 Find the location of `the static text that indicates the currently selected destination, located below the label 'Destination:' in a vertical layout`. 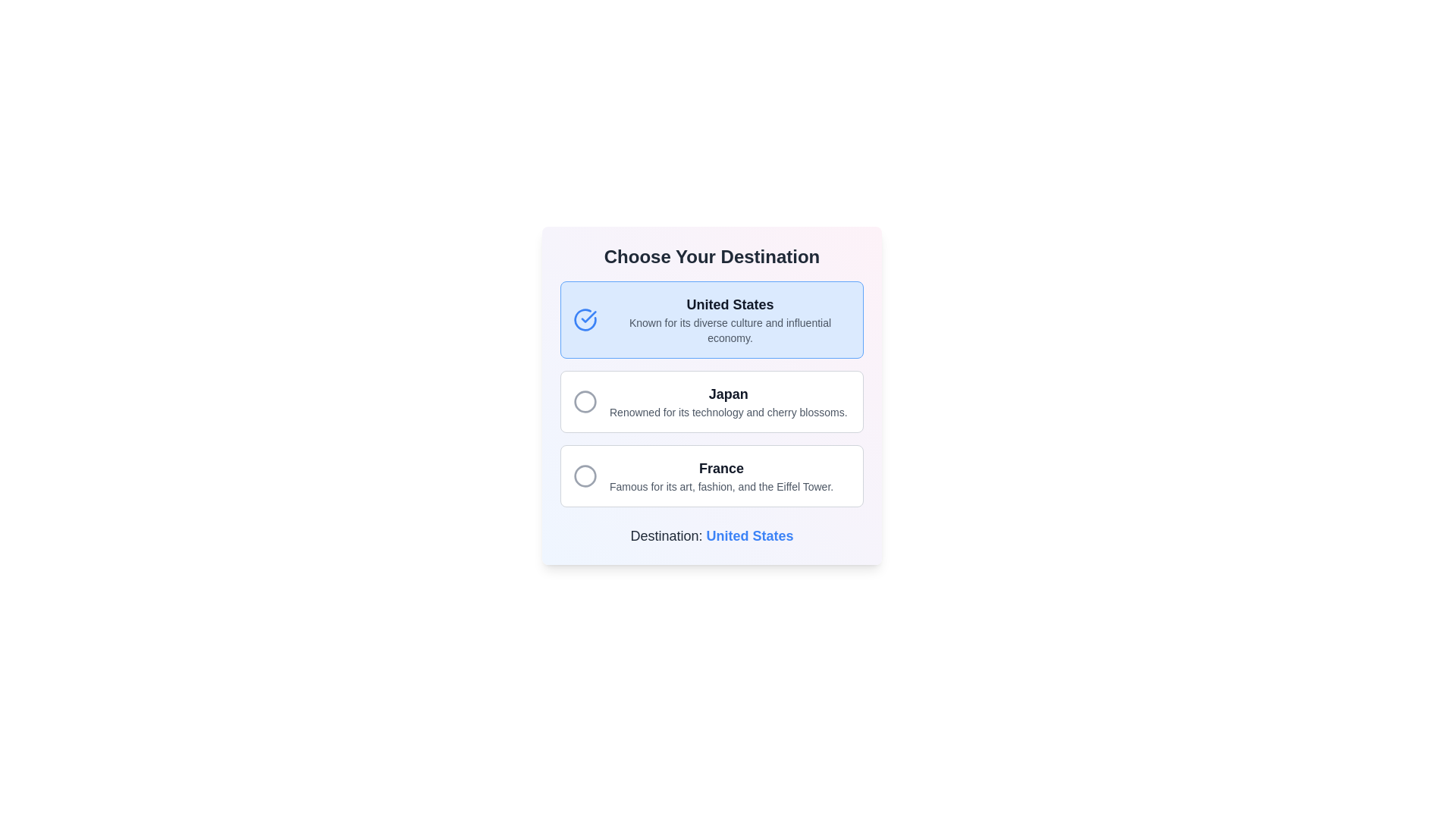

the static text that indicates the currently selected destination, located below the label 'Destination:' in a vertical layout is located at coordinates (749, 535).